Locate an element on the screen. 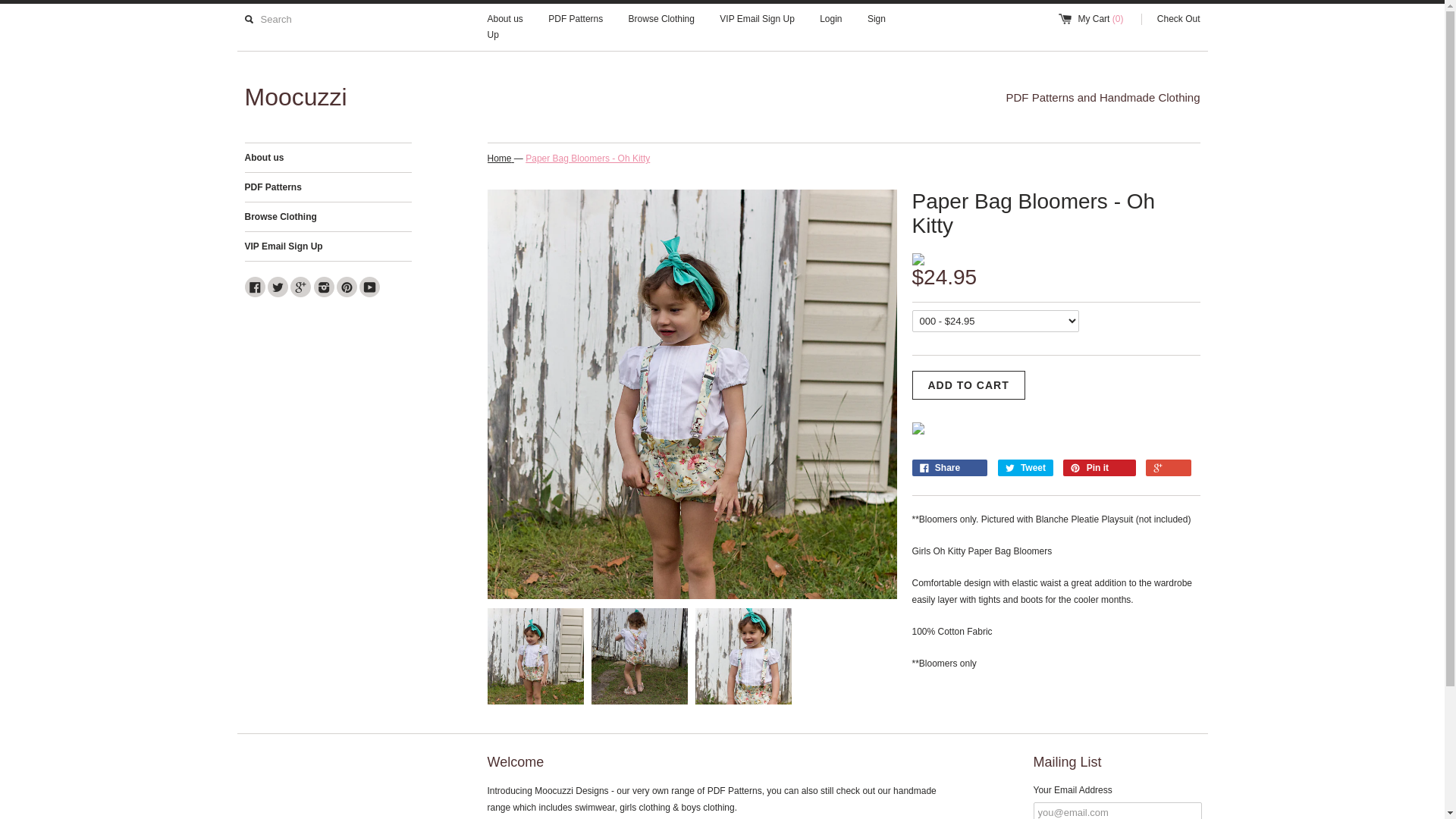 This screenshot has height=819, width=1456. 'Check Out' is located at coordinates (1170, 19).